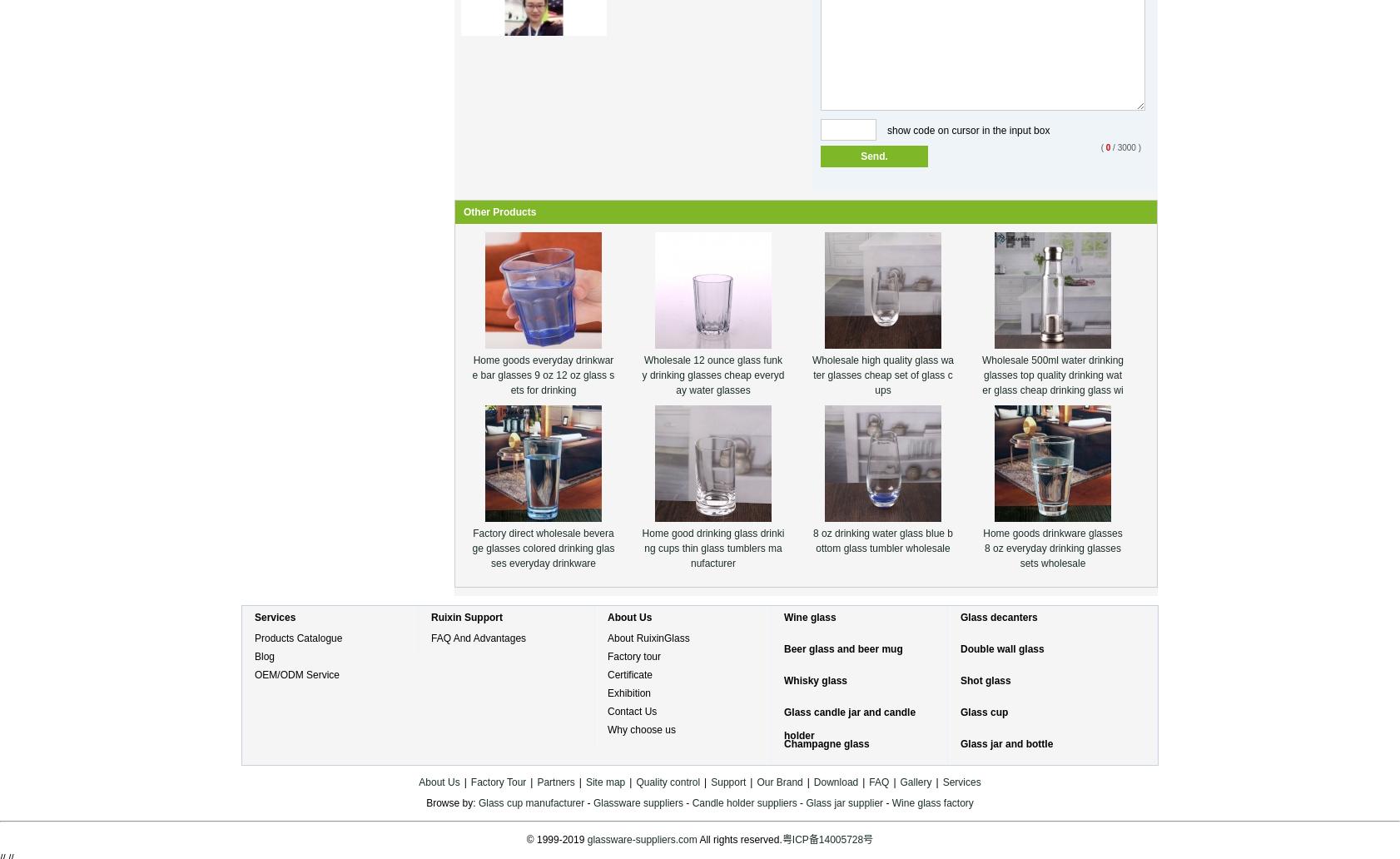 Image resolution: width=1400 pixels, height=859 pixels. What do you see at coordinates (642, 838) in the screenshot?
I see `'glassware-suppliers.com'` at bounding box center [642, 838].